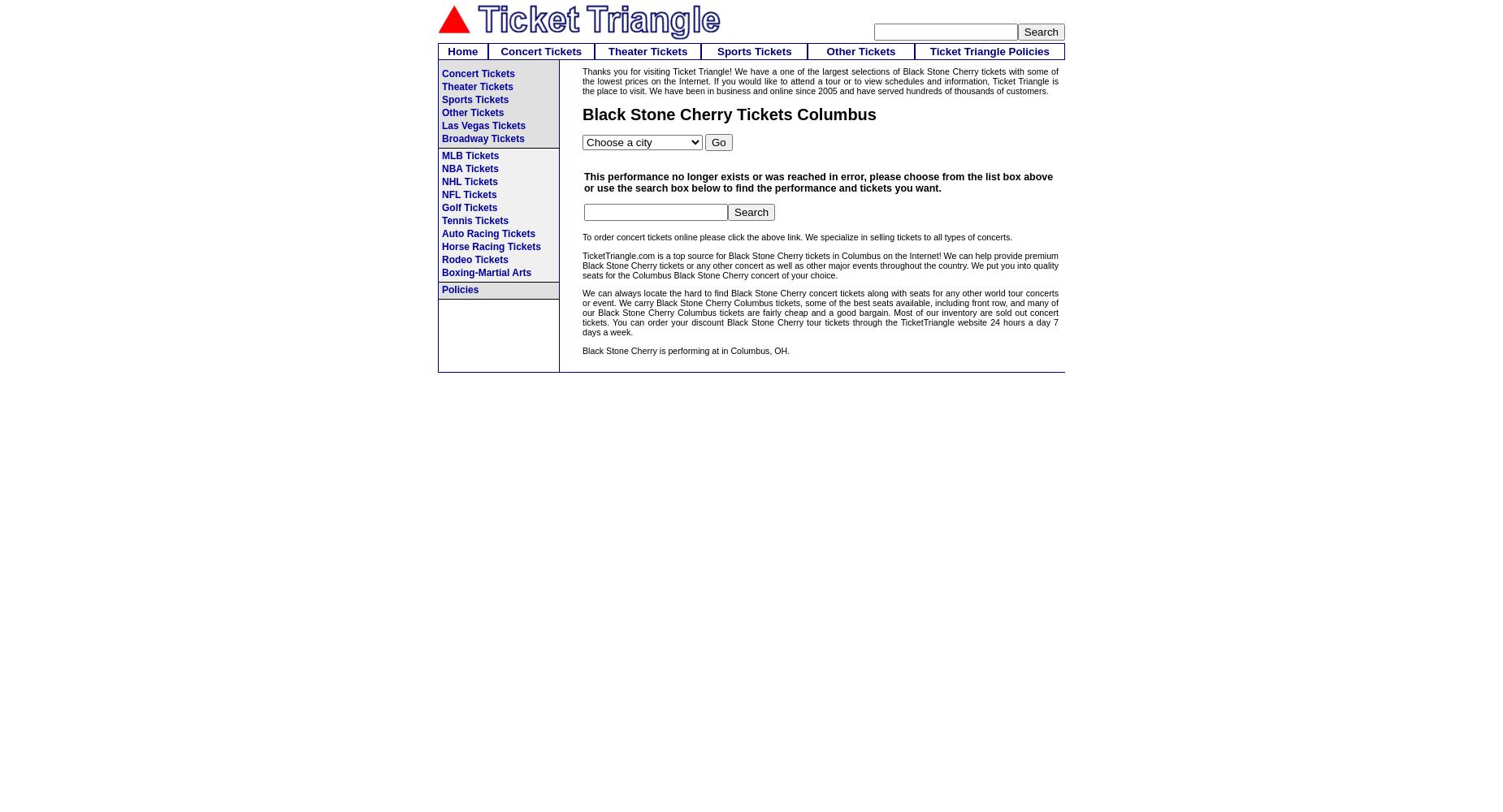 The width and height of the screenshot is (1503, 812). I want to click on 'This performance no longer exists or was reached in error, please choose from the list box above or use the search box below to find the performance and tickets you want.', so click(817, 181).